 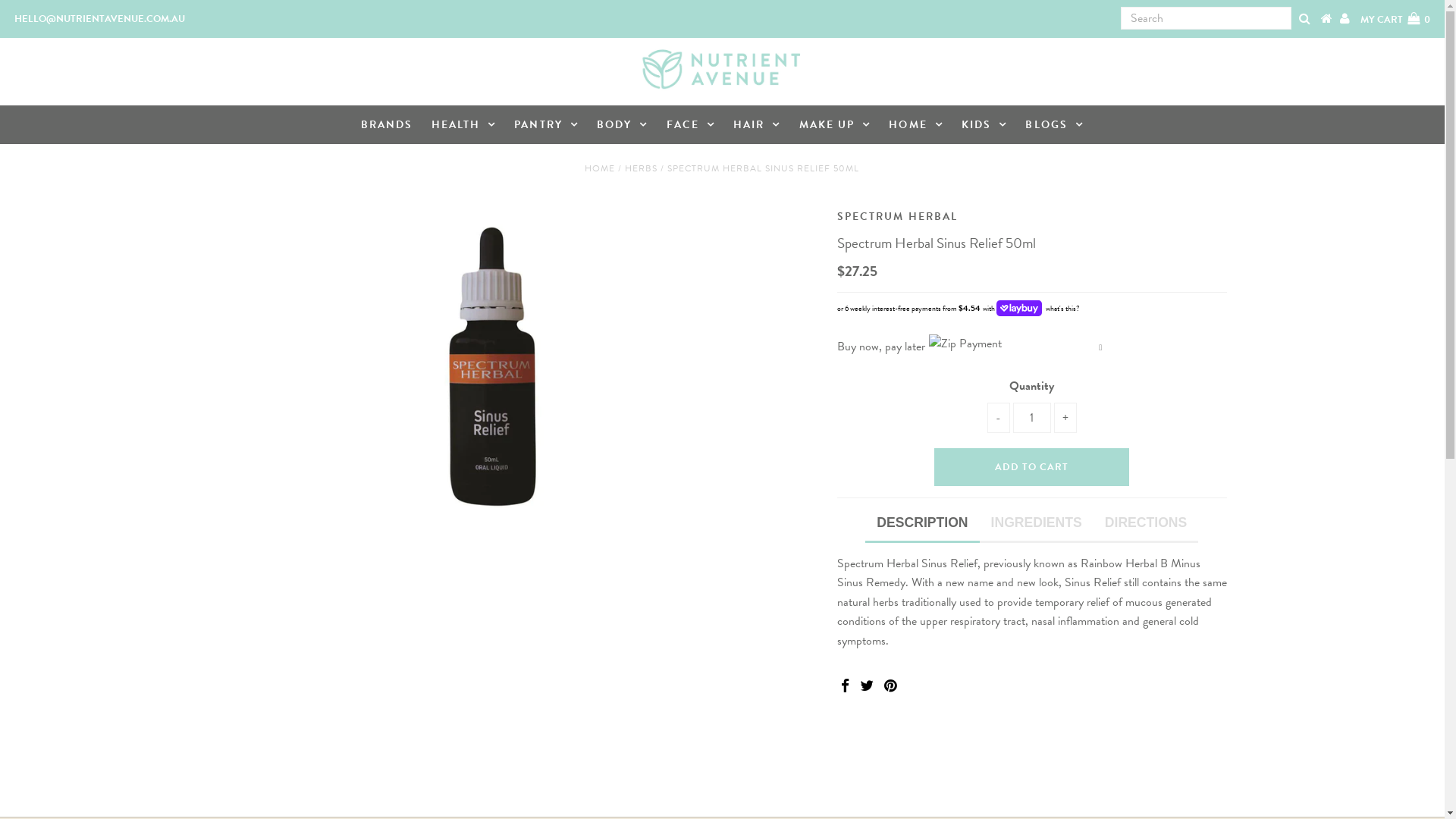 What do you see at coordinates (987, 418) in the screenshot?
I see `'-'` at bounding box center [987, 418].